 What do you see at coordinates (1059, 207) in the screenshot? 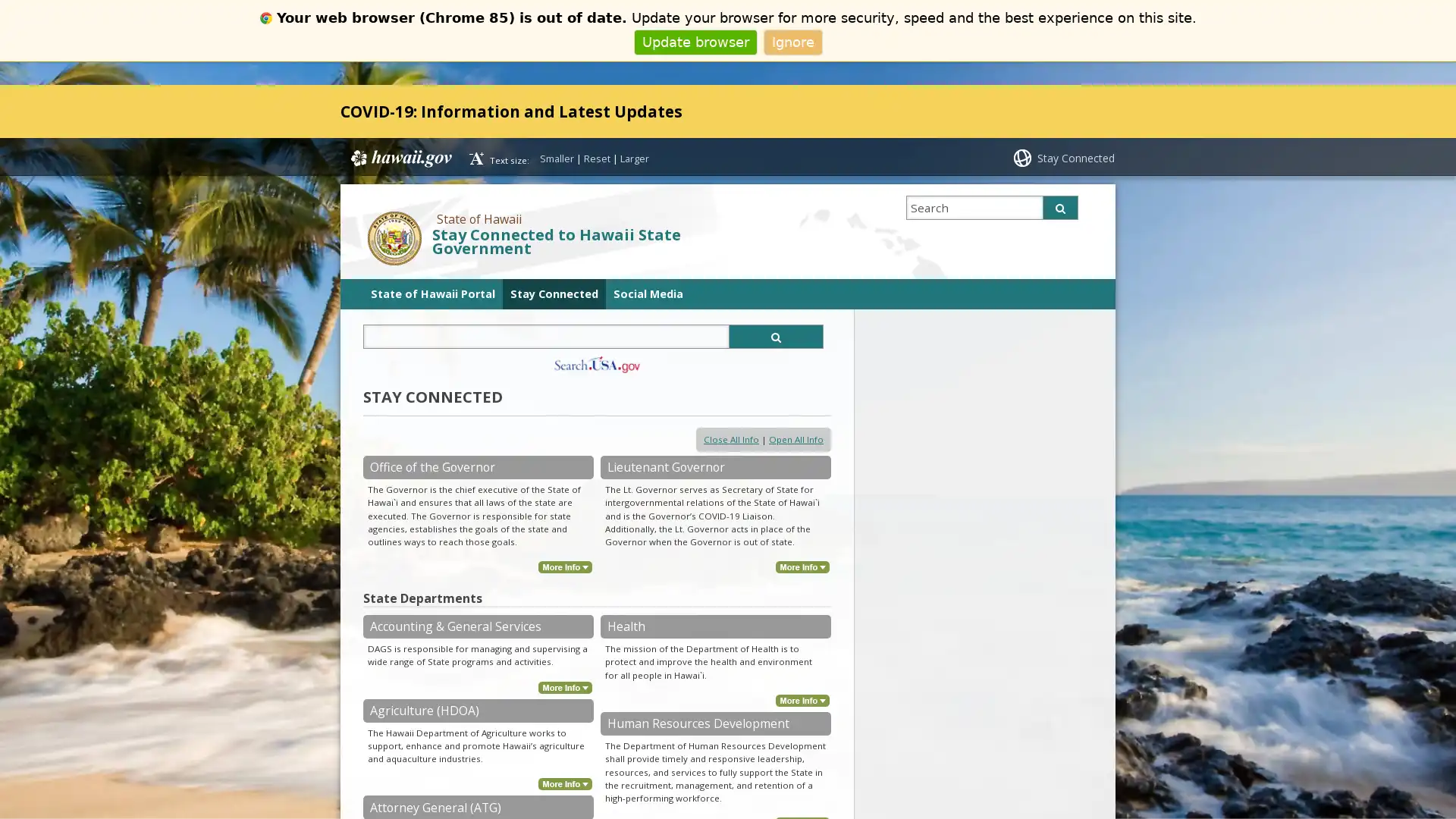
I see `Search` at bounding box center [1059, 207].